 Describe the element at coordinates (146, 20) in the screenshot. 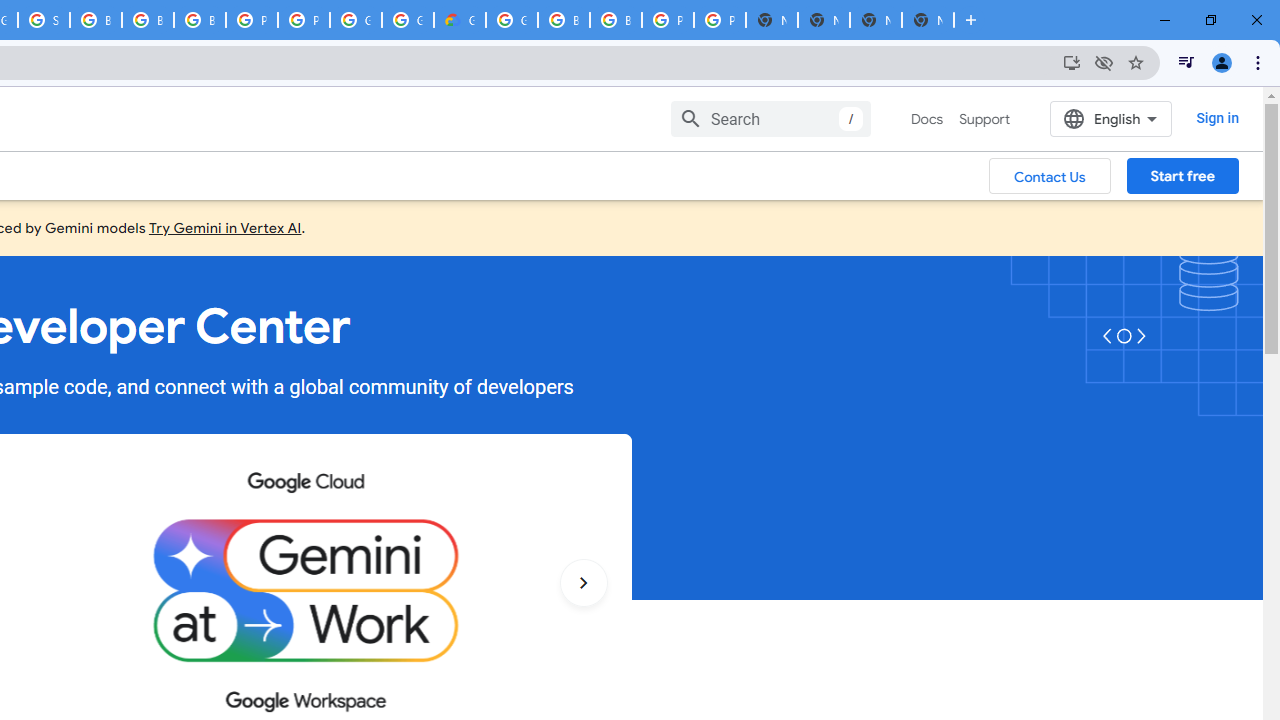

I see `'Browse Chrome as a guest - Computer - Google Chrome Help'` at that location.